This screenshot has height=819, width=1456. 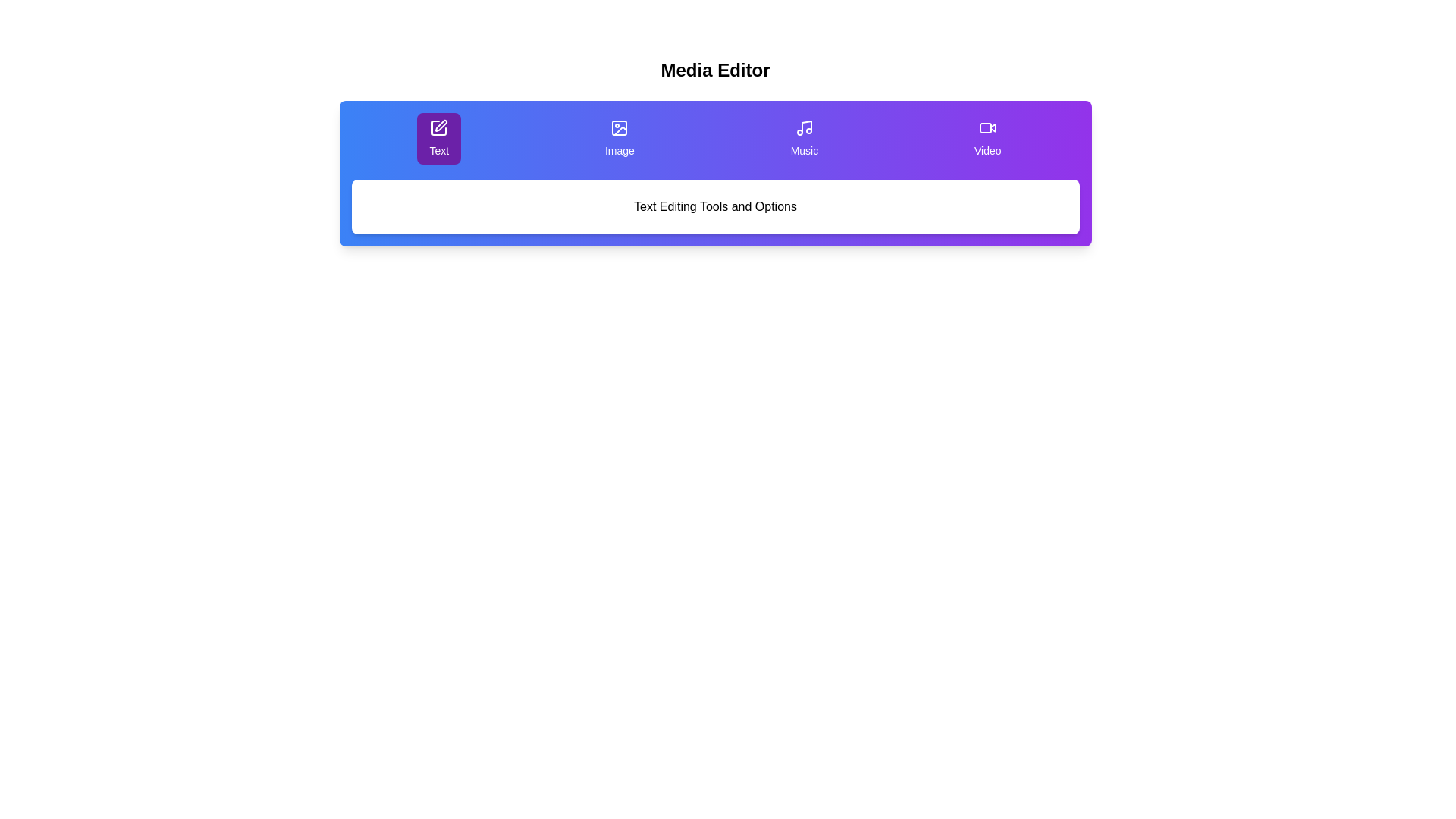 I want to click on the text label that reads 'Text' with a purple background, located at the bottom of a circular button in the horizontal menu bar, so click(x=438, y=151).